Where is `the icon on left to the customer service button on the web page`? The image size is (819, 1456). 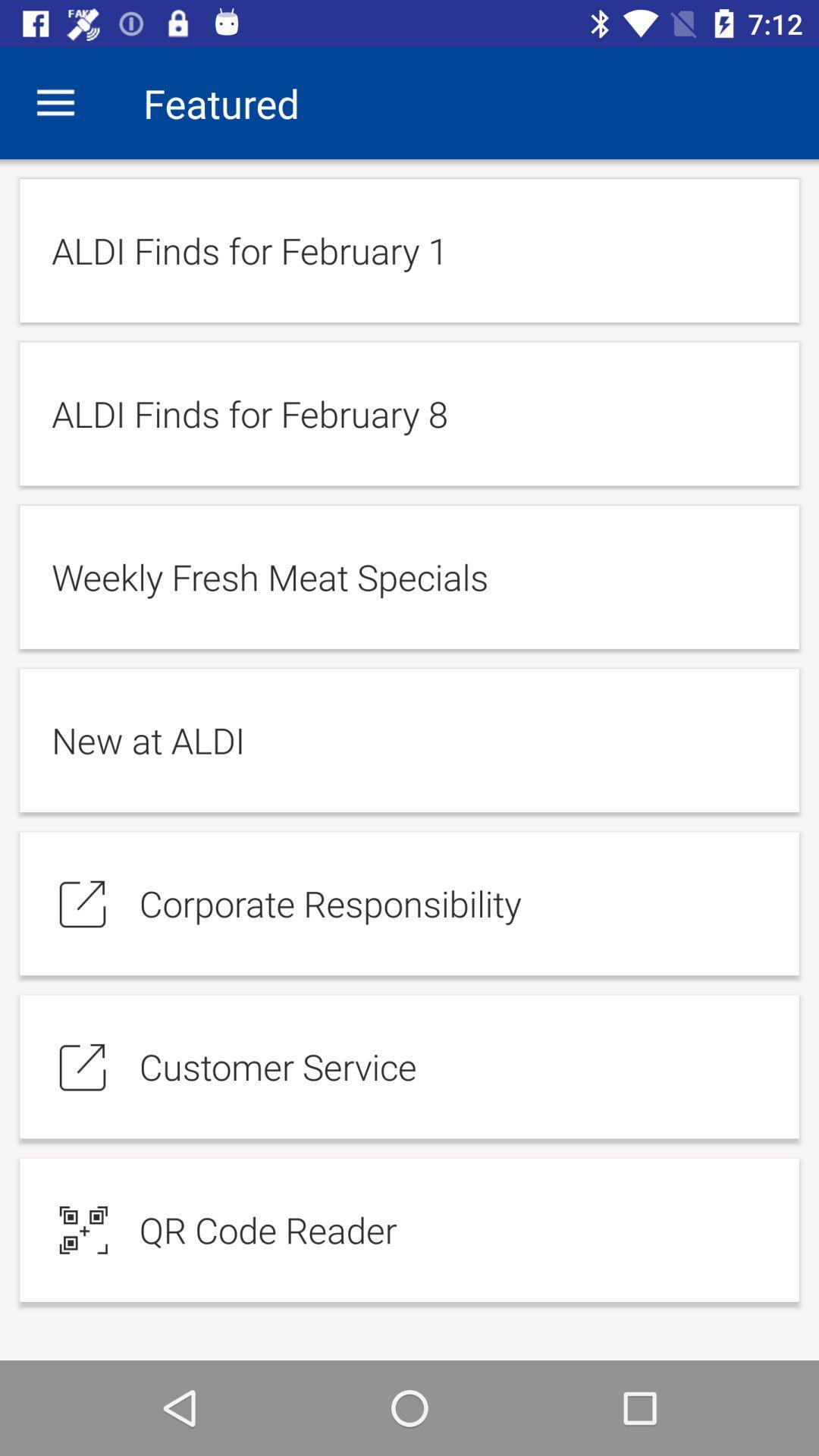
the icon on left to the customer service button on the web page is located at coordinates (83, 1065).